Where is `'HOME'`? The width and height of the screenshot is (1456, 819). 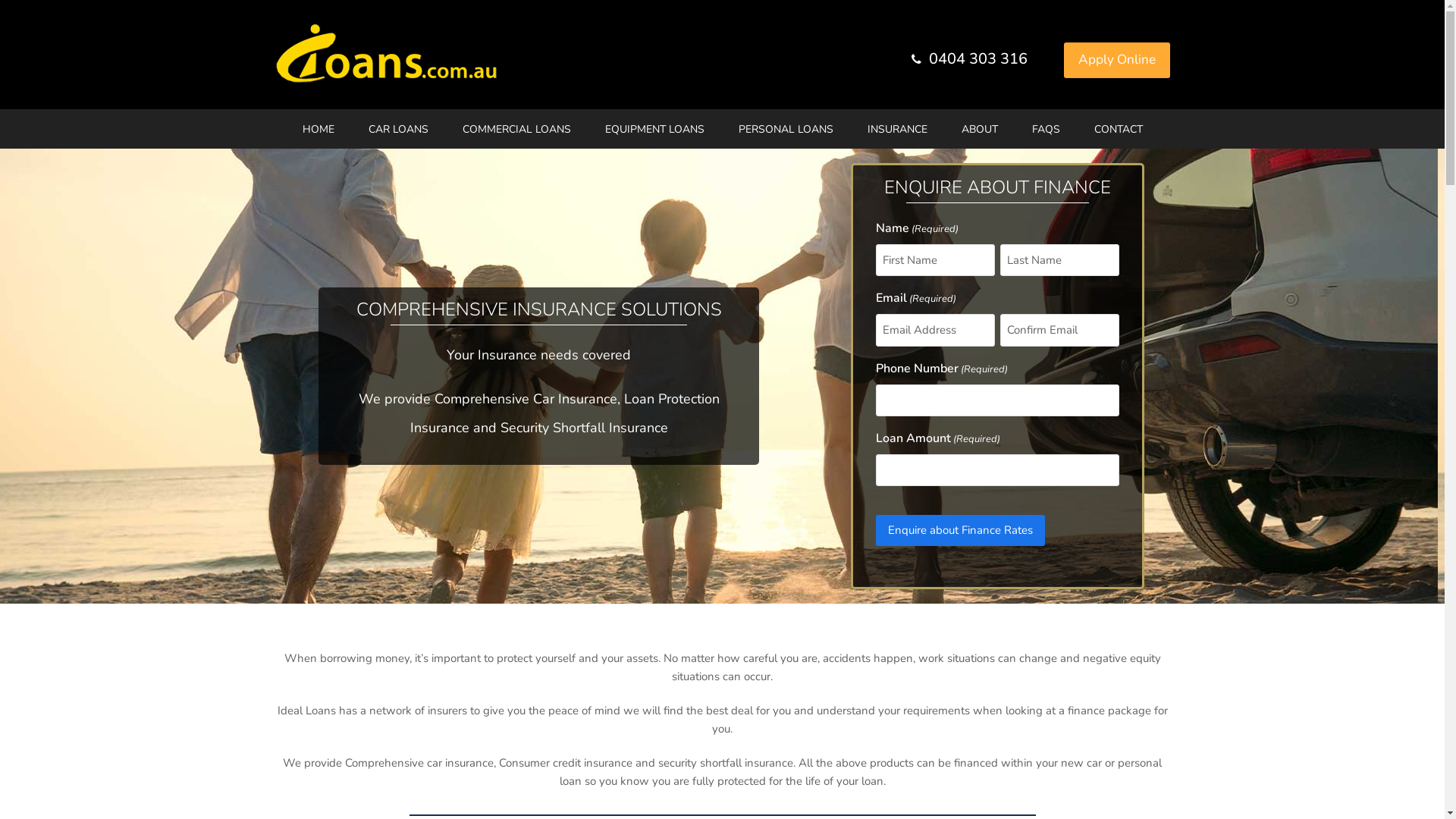
'HOME' is located at coordinates (287, 127).